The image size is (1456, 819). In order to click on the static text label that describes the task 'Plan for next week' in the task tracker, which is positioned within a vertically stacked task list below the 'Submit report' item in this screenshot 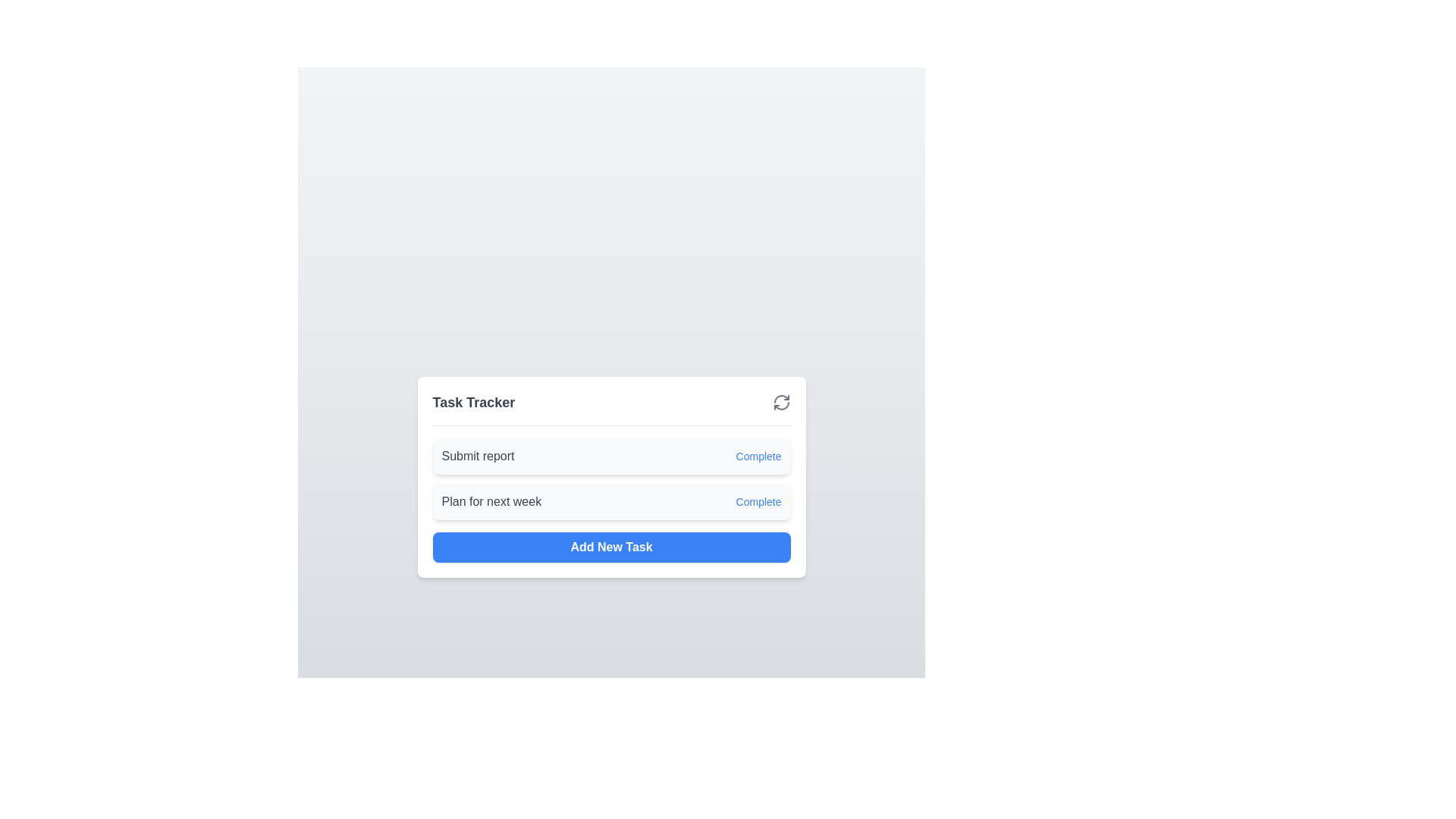, I will do `click(491, 501)`.